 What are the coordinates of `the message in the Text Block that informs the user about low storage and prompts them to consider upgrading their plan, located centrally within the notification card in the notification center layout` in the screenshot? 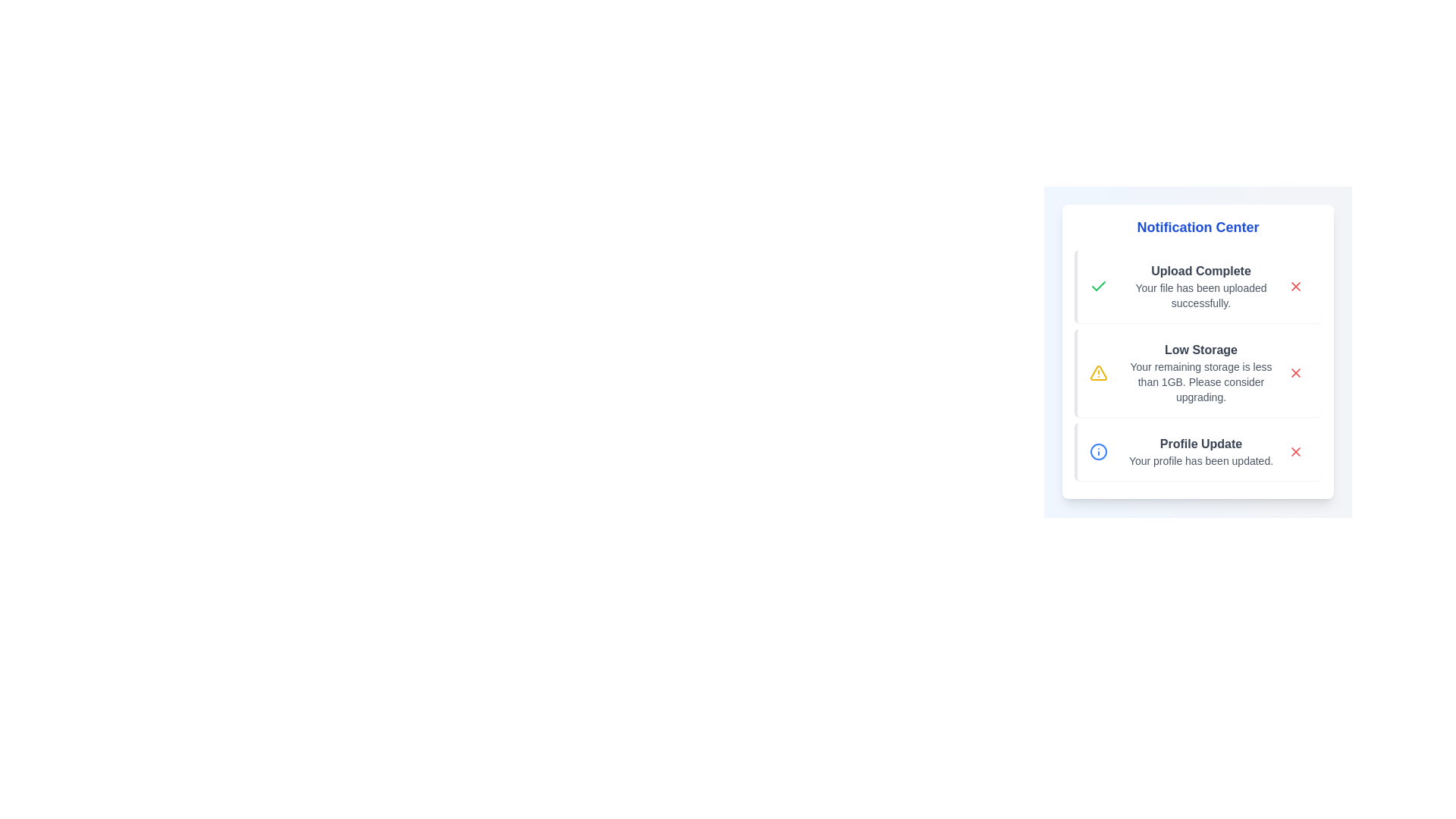 It's located at (1200, 373).